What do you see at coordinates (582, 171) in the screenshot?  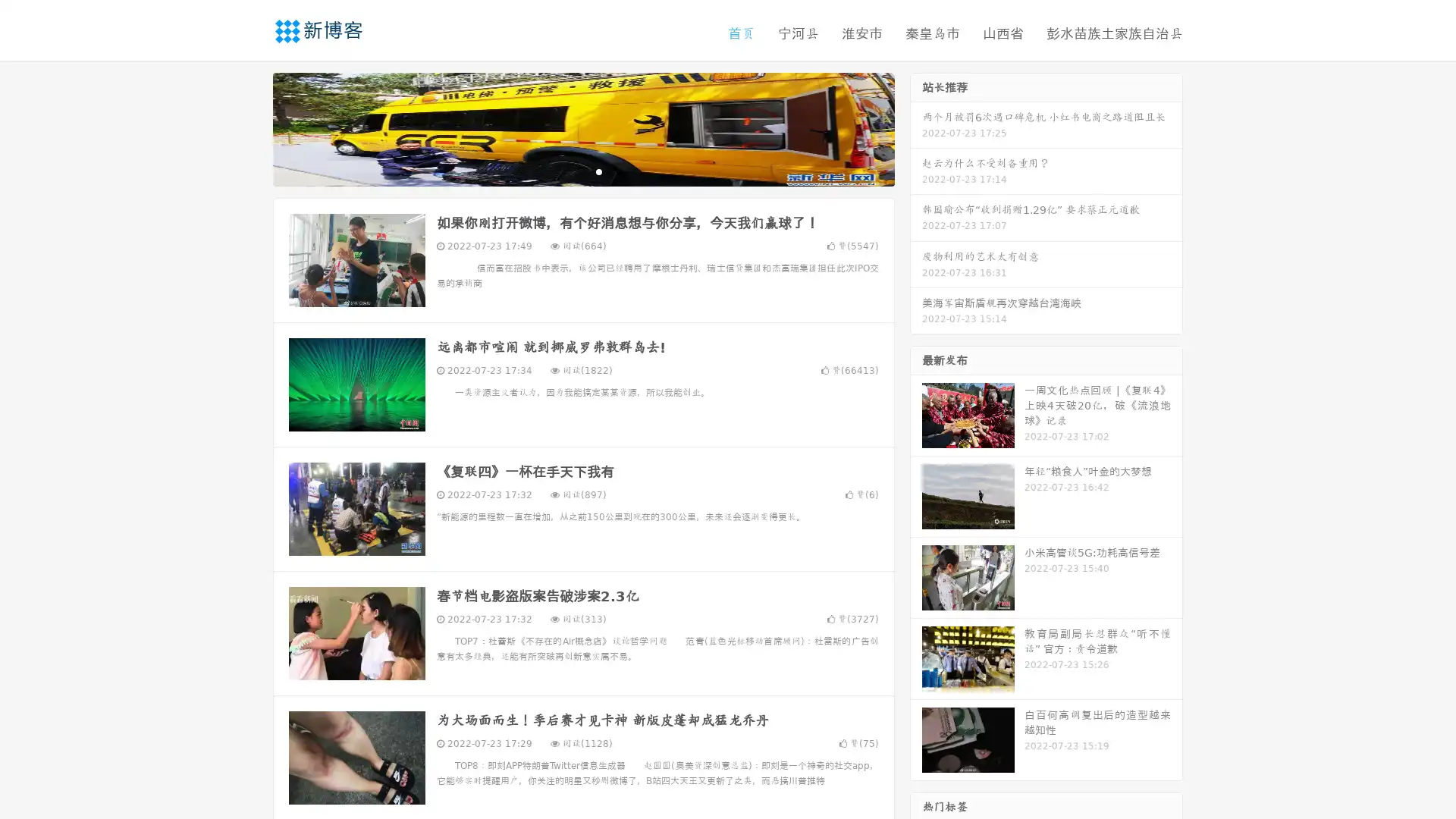 I see `Go to slide 2` at bounding box center [582, 171].